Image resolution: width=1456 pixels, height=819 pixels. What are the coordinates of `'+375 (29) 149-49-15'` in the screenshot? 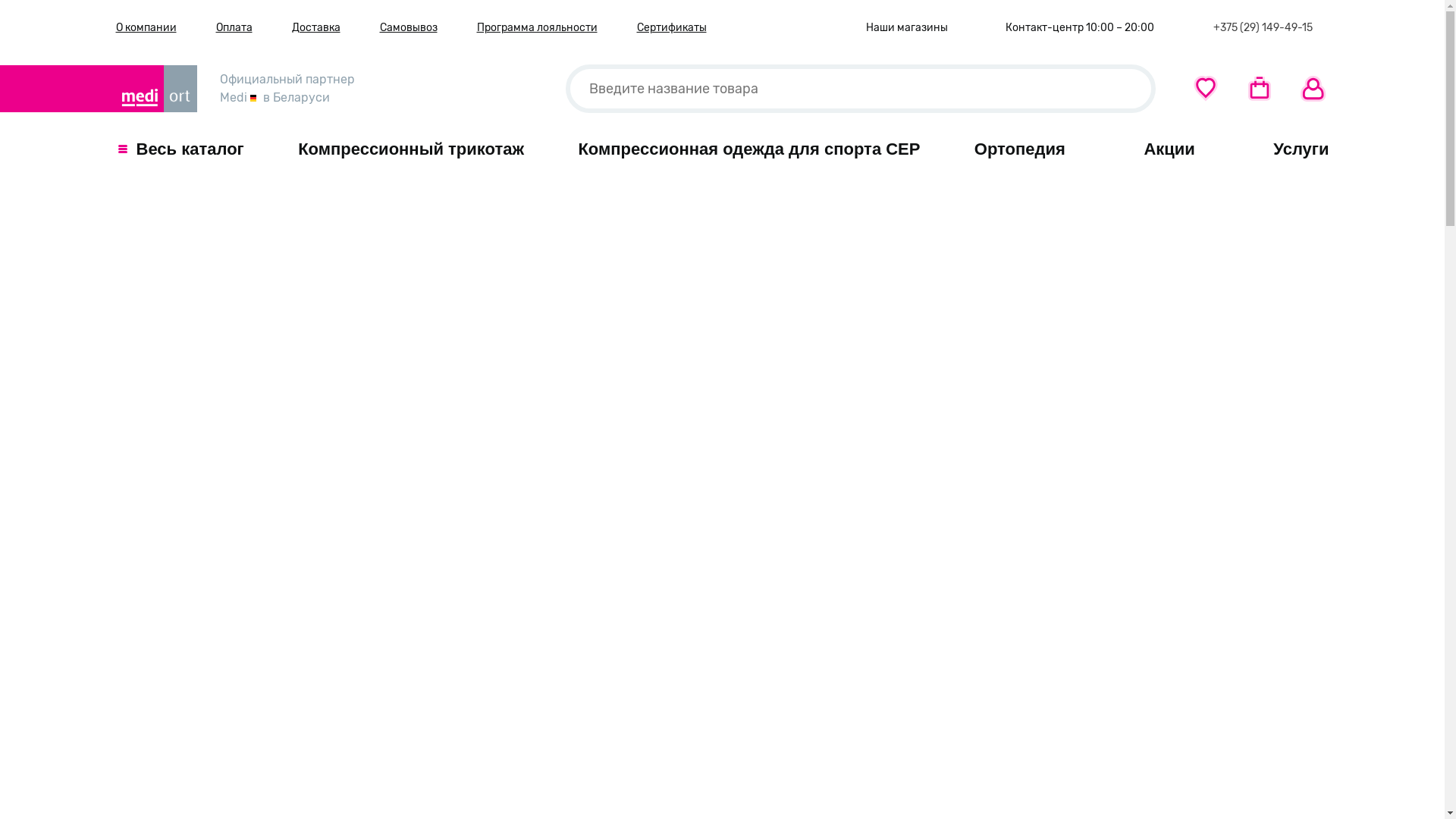 It's located at (1260, 27).